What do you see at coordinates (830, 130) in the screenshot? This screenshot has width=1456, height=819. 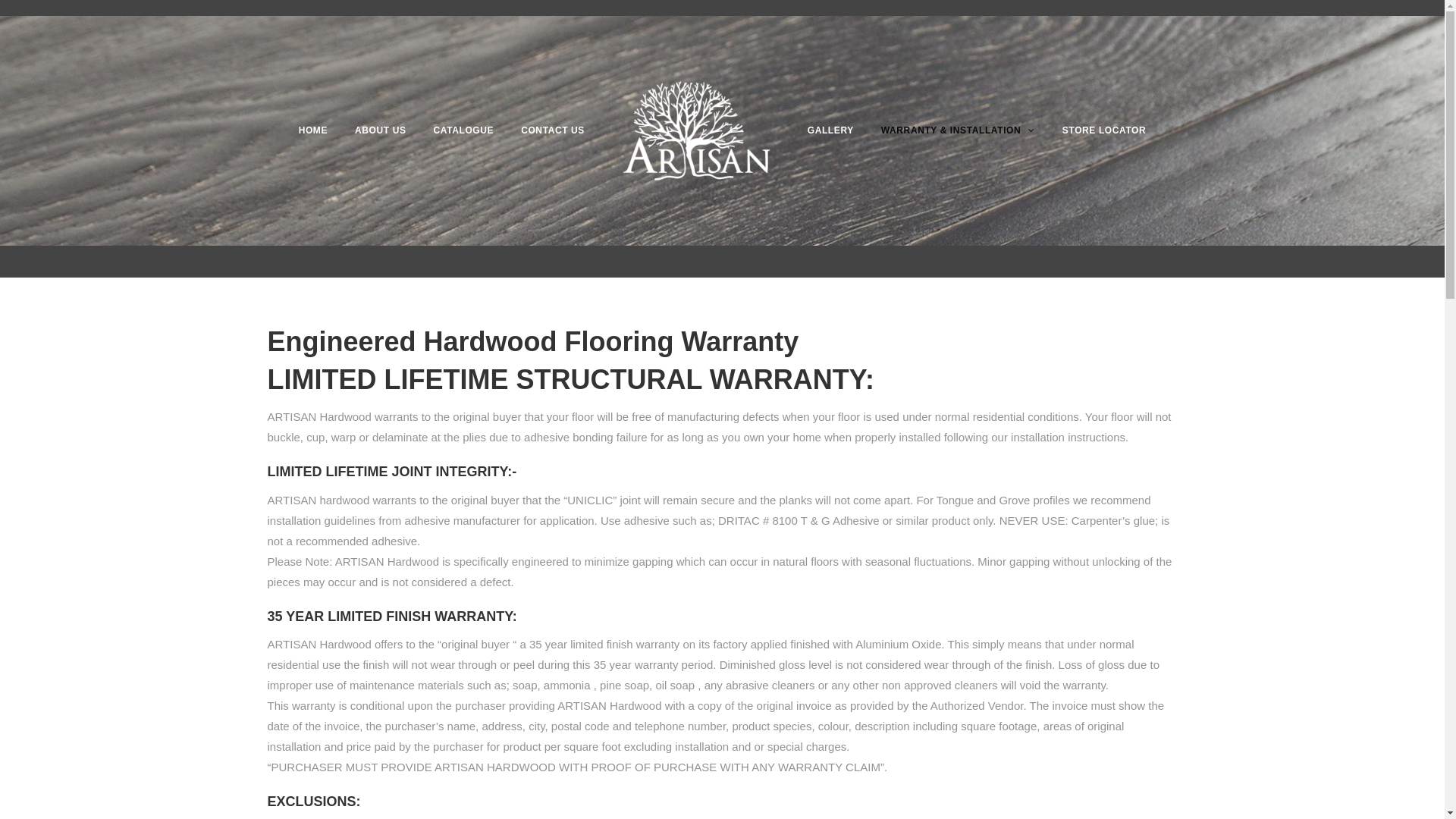 I see `'GALLERY'` at bounding box center [830, 130].